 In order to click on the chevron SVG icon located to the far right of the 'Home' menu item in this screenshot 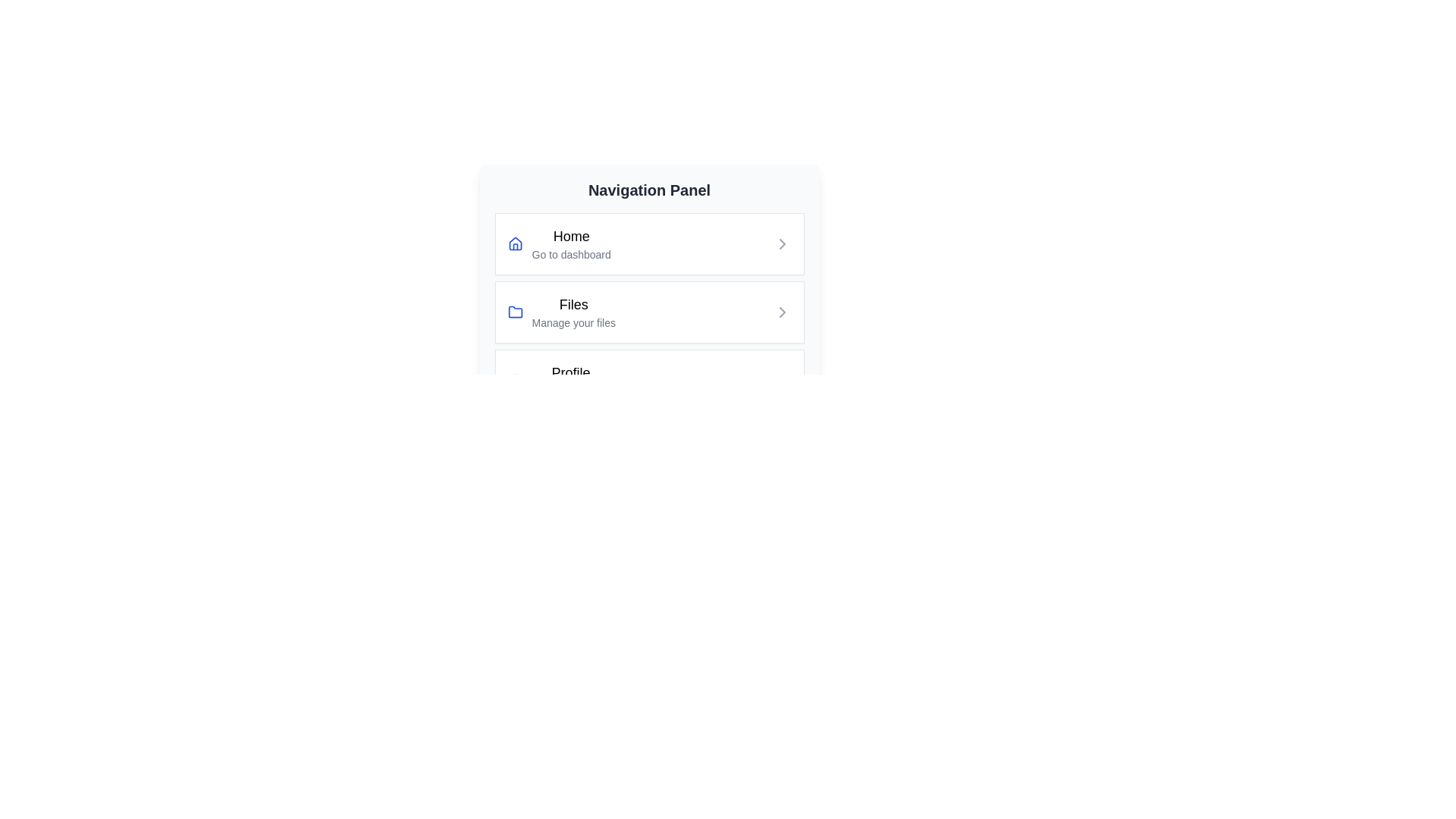, I will do `click(782, 243)`.